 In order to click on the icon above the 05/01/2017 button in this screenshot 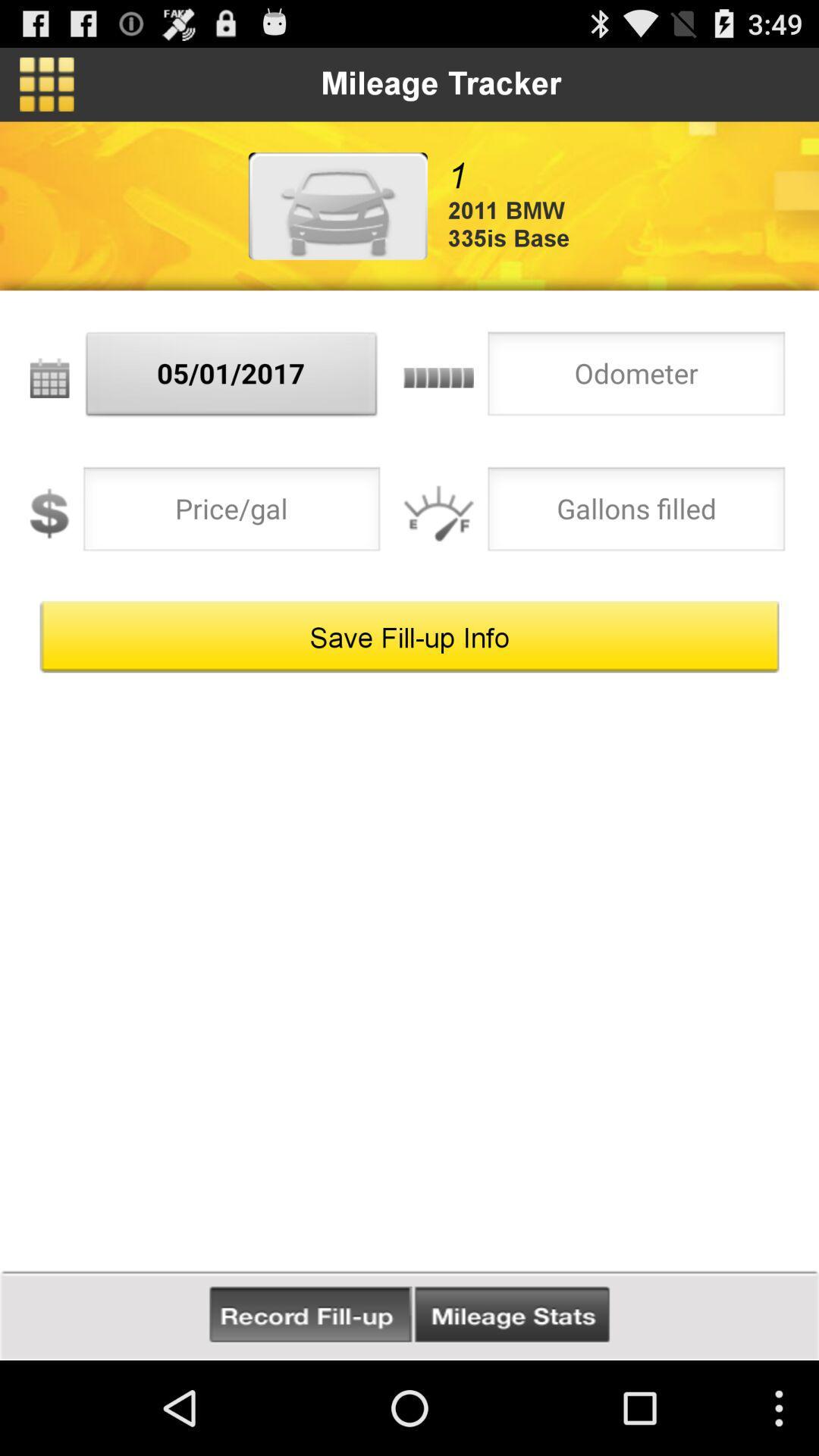, I will do `click(337, 205)`.